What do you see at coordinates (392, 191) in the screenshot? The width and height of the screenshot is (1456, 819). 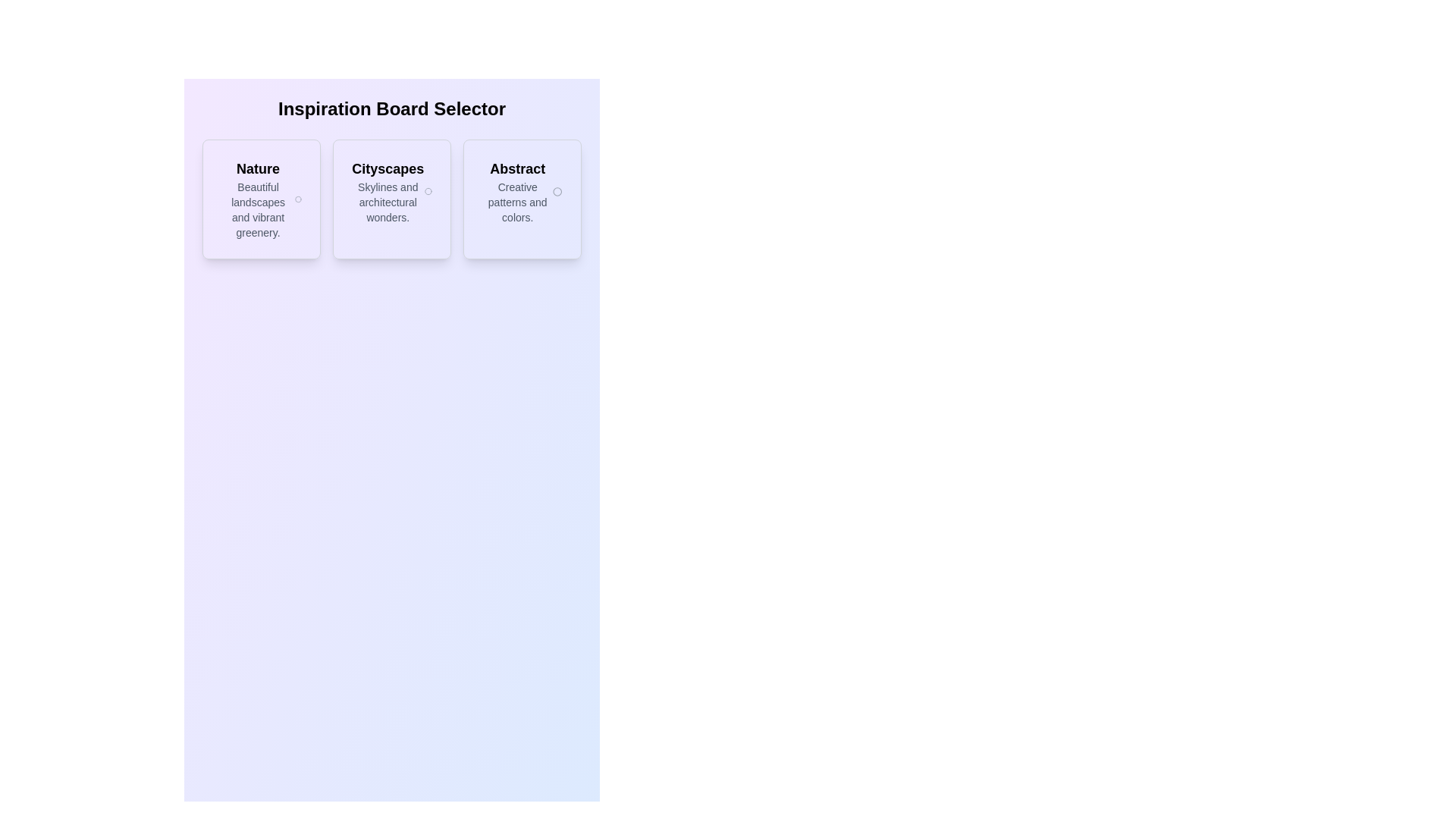 I see `the header text component within the second card` at bounding box center [392, 191].